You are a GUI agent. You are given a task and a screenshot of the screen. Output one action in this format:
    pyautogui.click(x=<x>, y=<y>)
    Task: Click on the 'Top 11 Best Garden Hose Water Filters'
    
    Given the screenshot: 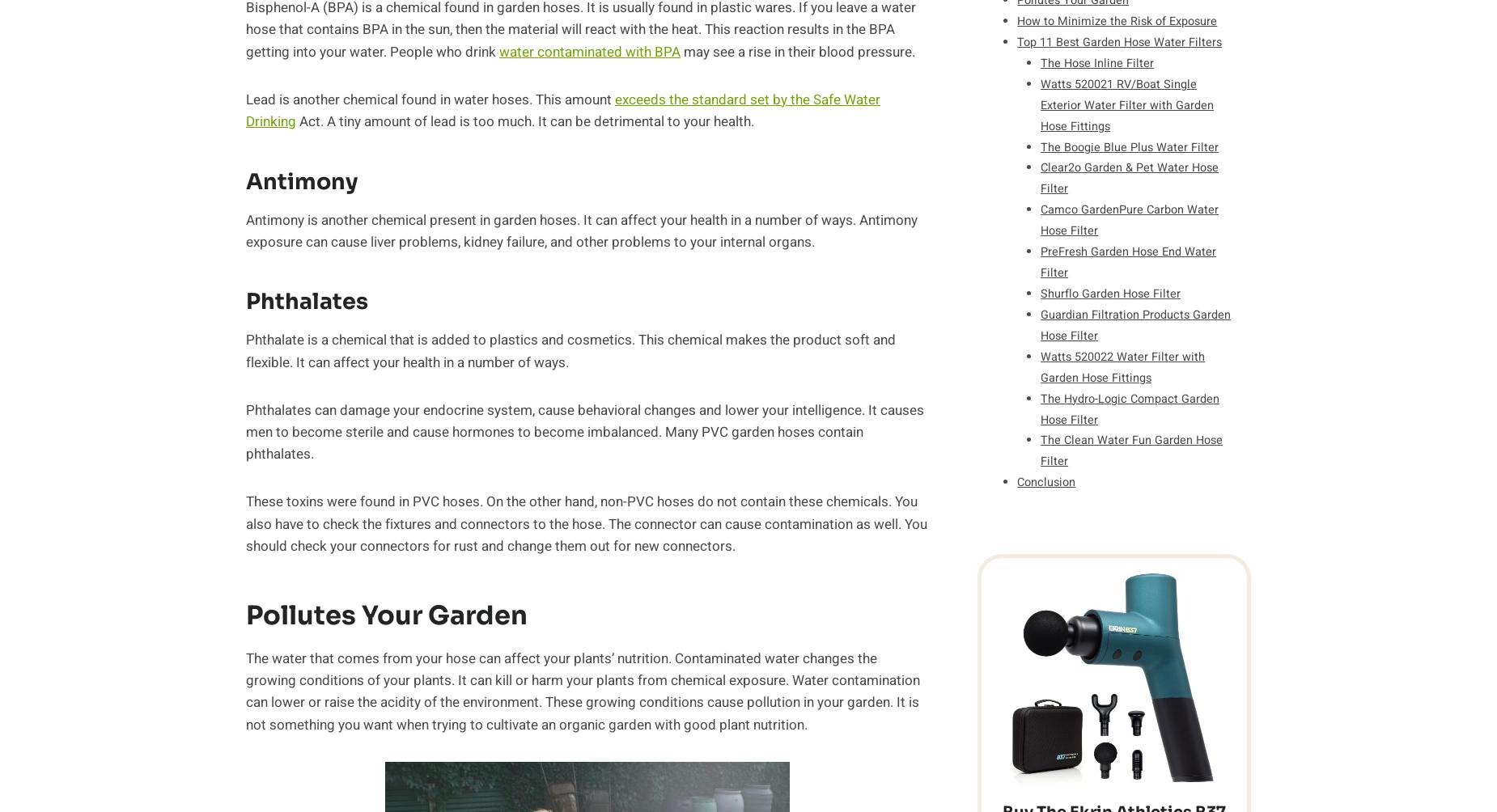 What is the action you would take?
    pyautogui.click(x=1016, y=41)
    